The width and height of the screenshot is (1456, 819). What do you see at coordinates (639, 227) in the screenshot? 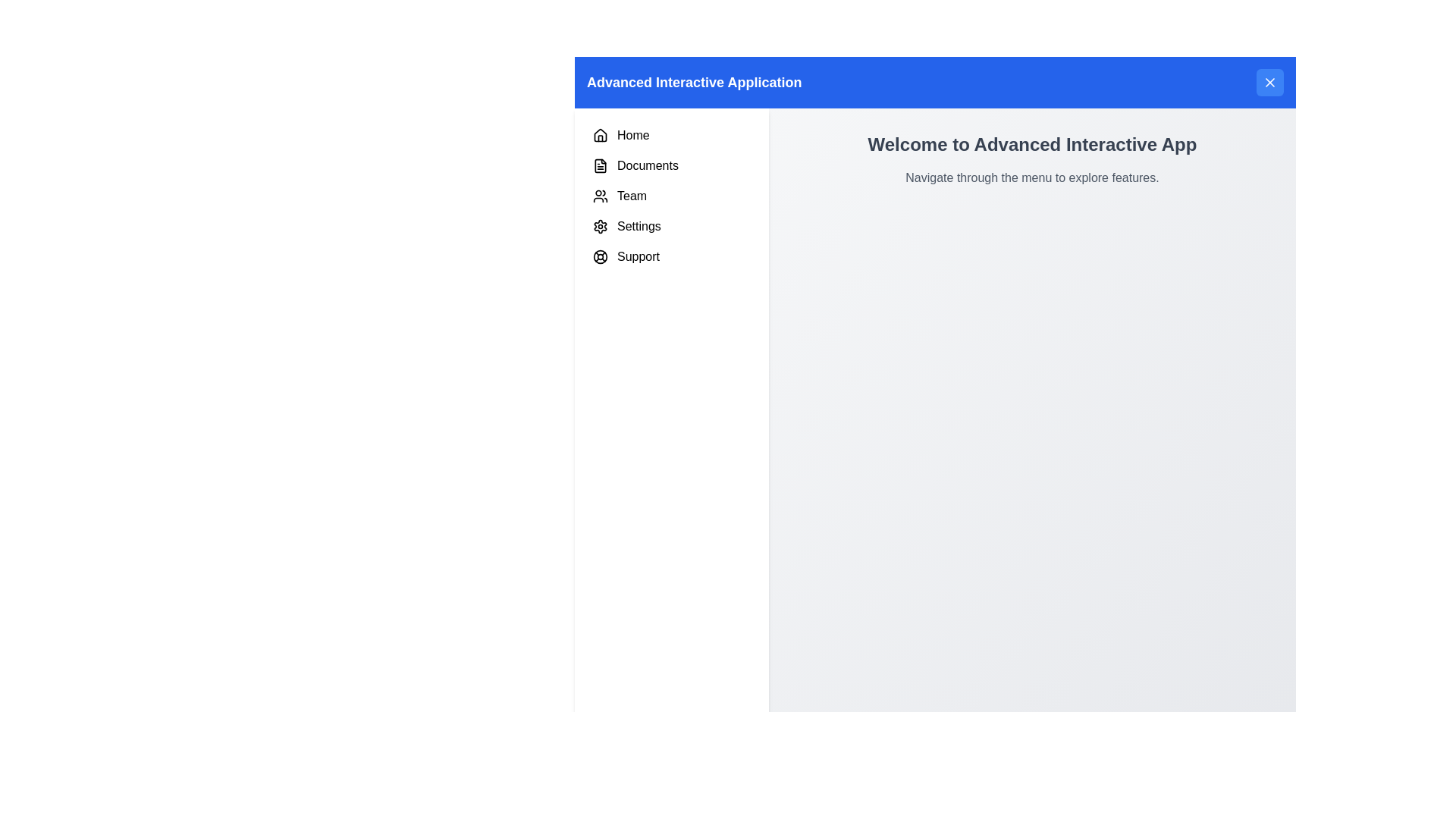
I see `the 'Settings' text label in the vertical side menu, which is the fourth item from the top, located between 'Team' and 'Support'` at bounding box center [639, 227].